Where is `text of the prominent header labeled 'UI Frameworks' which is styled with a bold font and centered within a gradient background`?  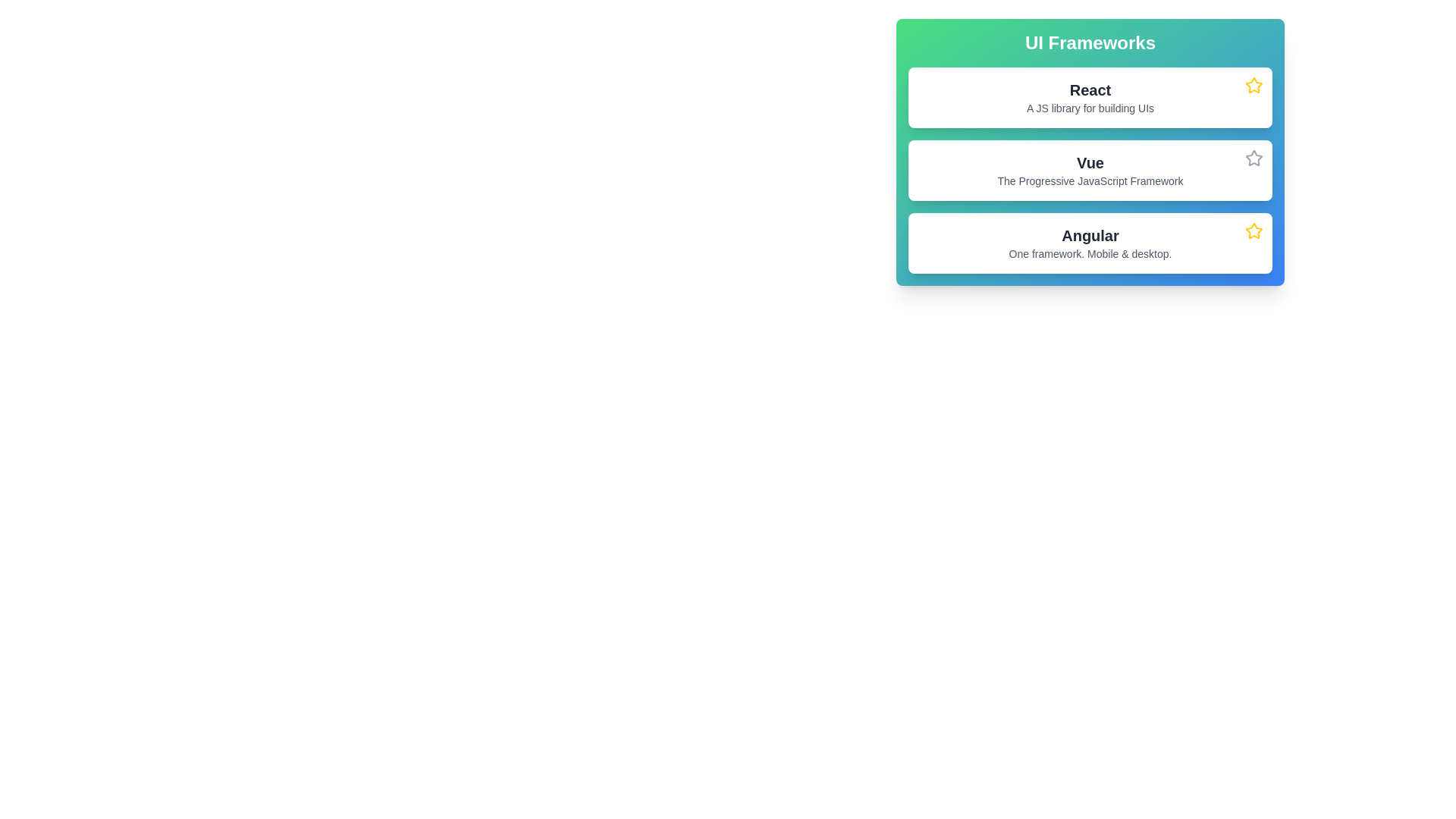 text of the prominent header labeled 'UI Frameworks' which is styled with a bold font and centered within a gradient background is located at coordinates (1090, 42).